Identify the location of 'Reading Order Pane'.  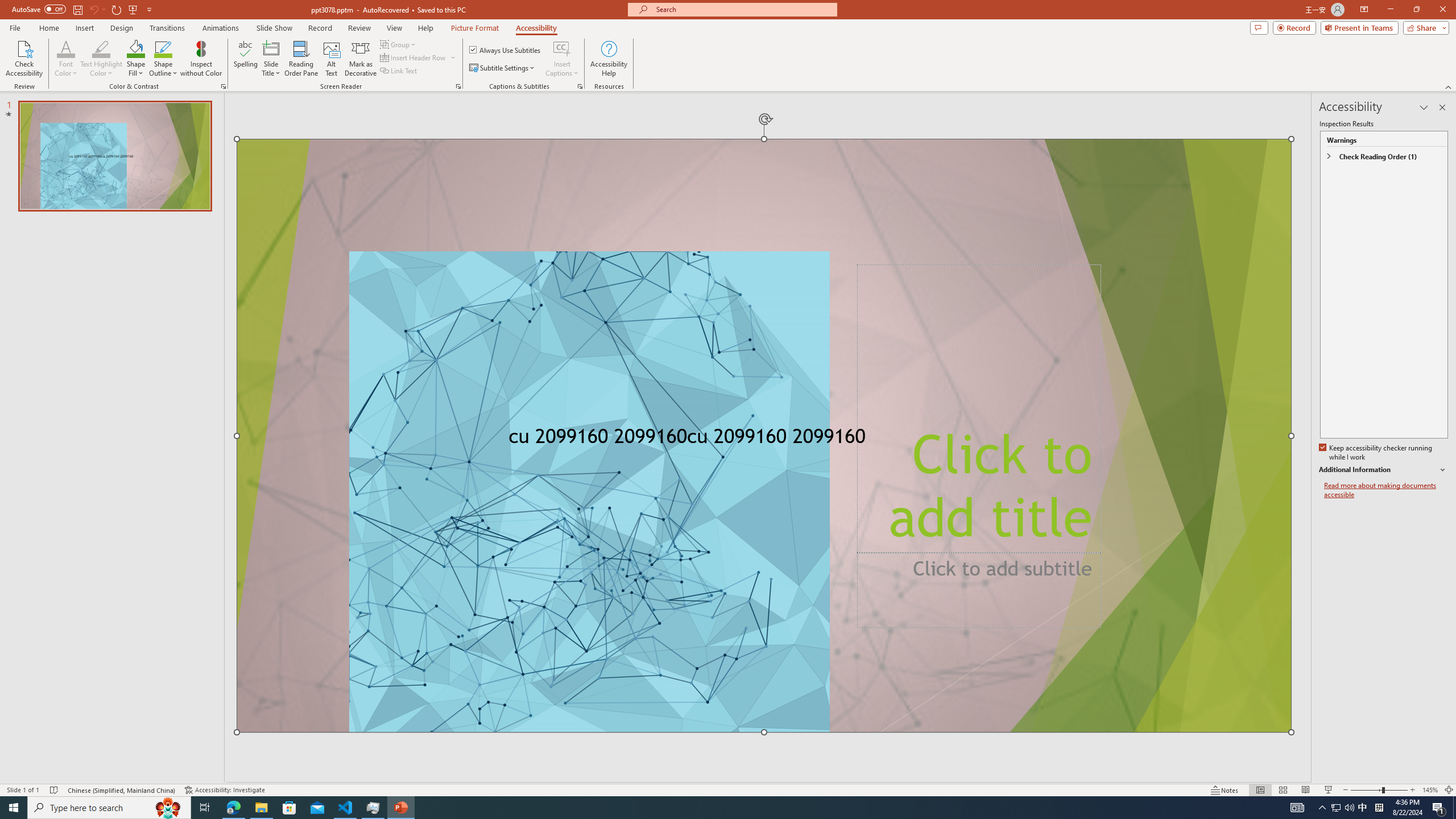
(301, 59).